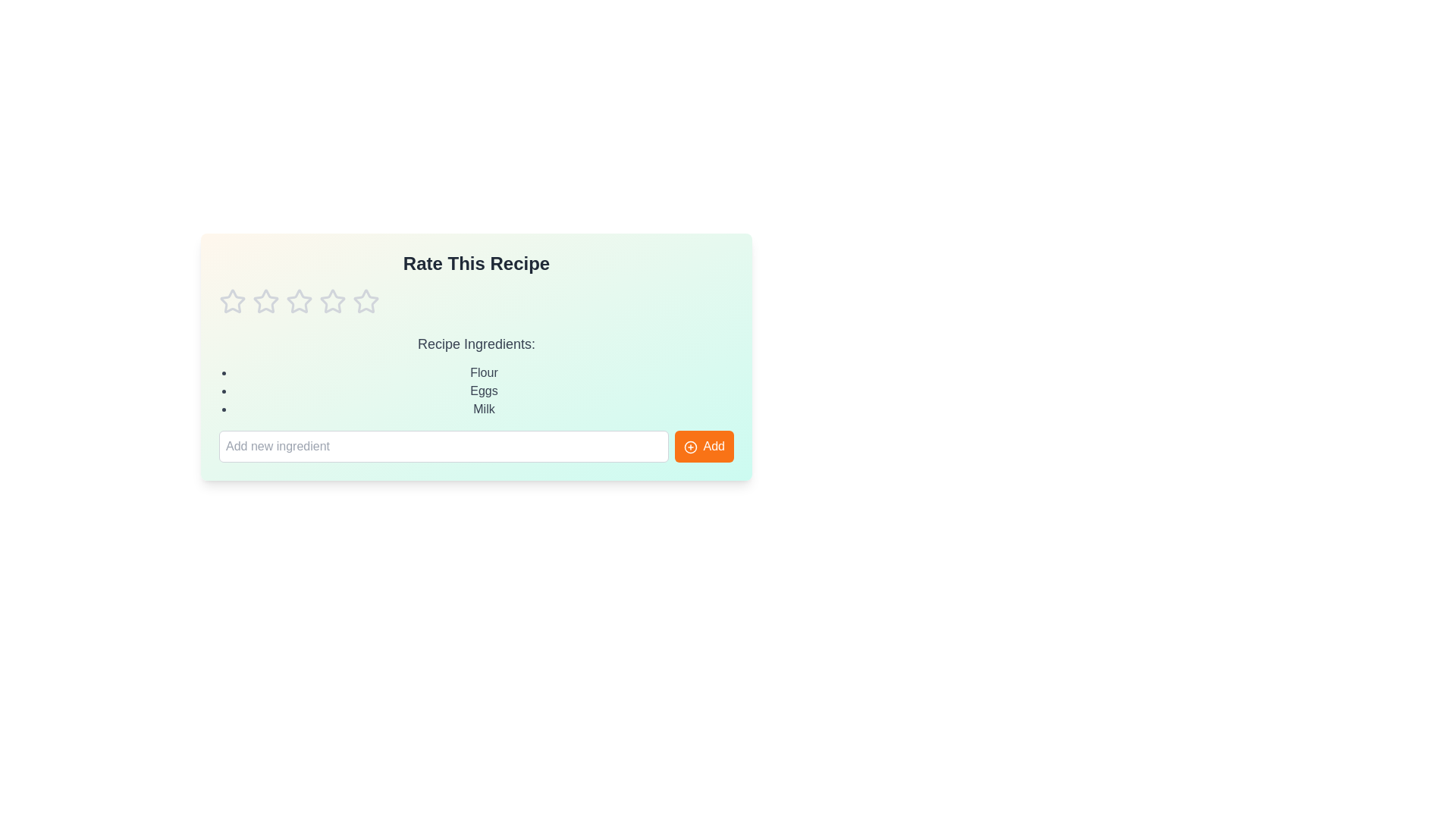 Image resolution: width=1456 pixels, height=819 pixels. What do you see at coordinates (483, 391) in the screenshot?
I see `the ingredient Eggs in the list` at bounding box center [483, 391].